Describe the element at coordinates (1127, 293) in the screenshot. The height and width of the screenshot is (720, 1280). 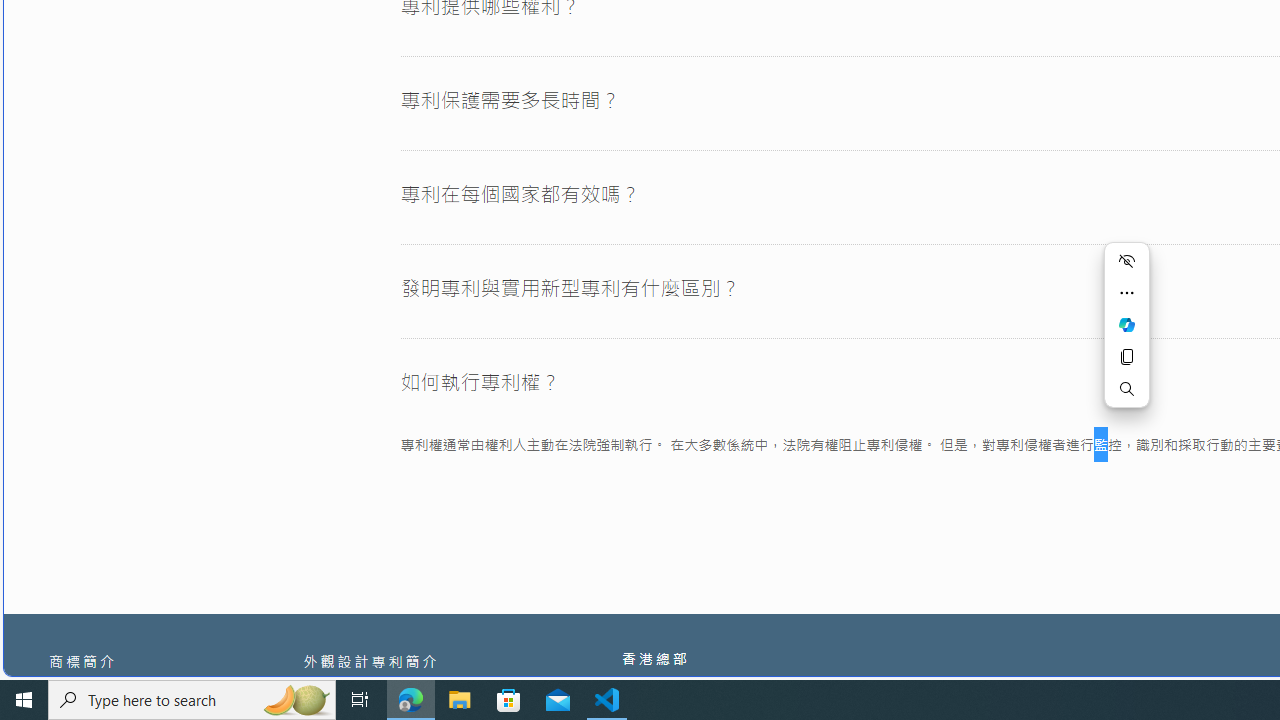
I see `'More actions'` at that location.